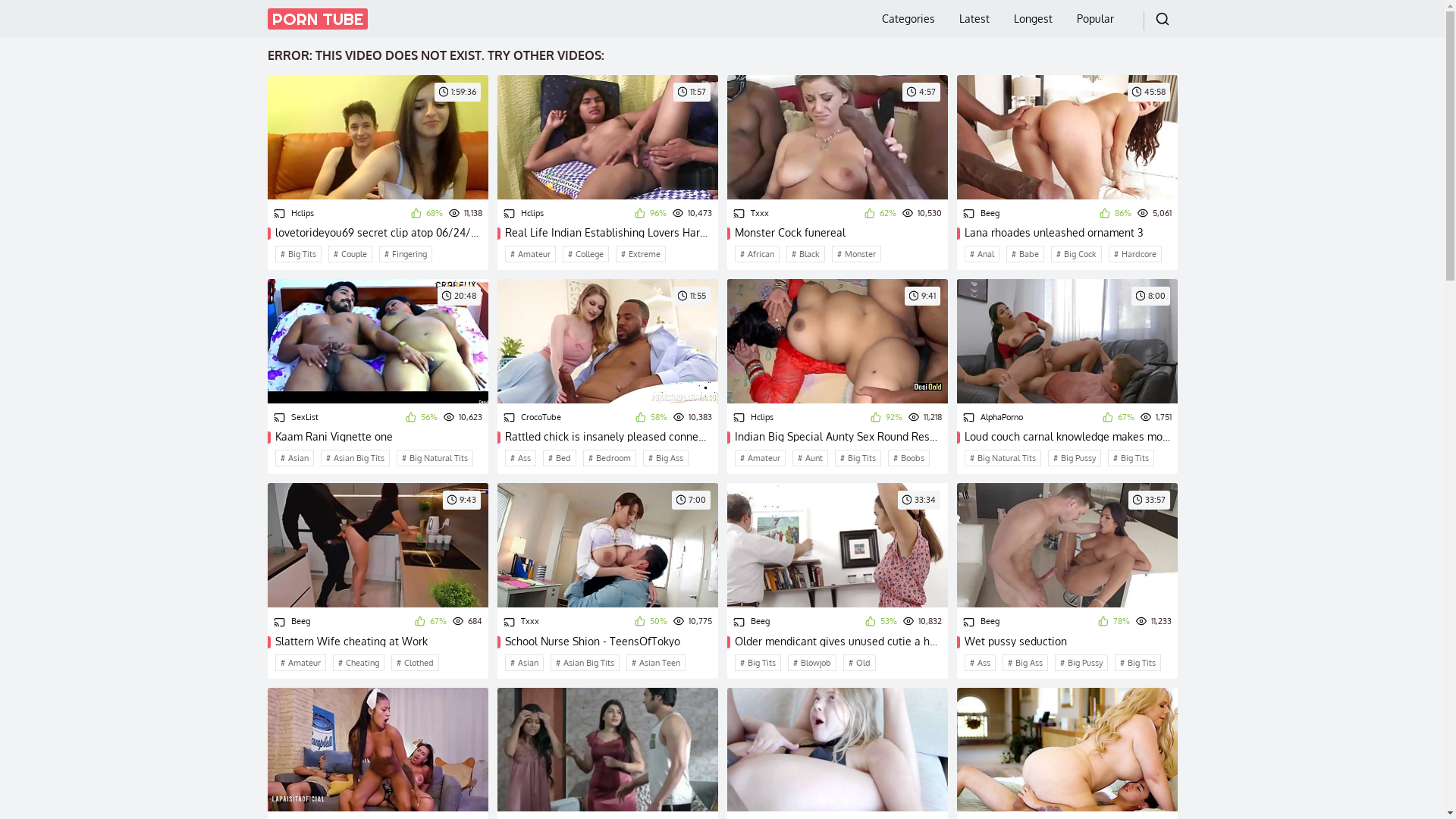 The width and height of the screenshot is (1456, 819). I want to click on 'Big Cock', so click(1075, 253).